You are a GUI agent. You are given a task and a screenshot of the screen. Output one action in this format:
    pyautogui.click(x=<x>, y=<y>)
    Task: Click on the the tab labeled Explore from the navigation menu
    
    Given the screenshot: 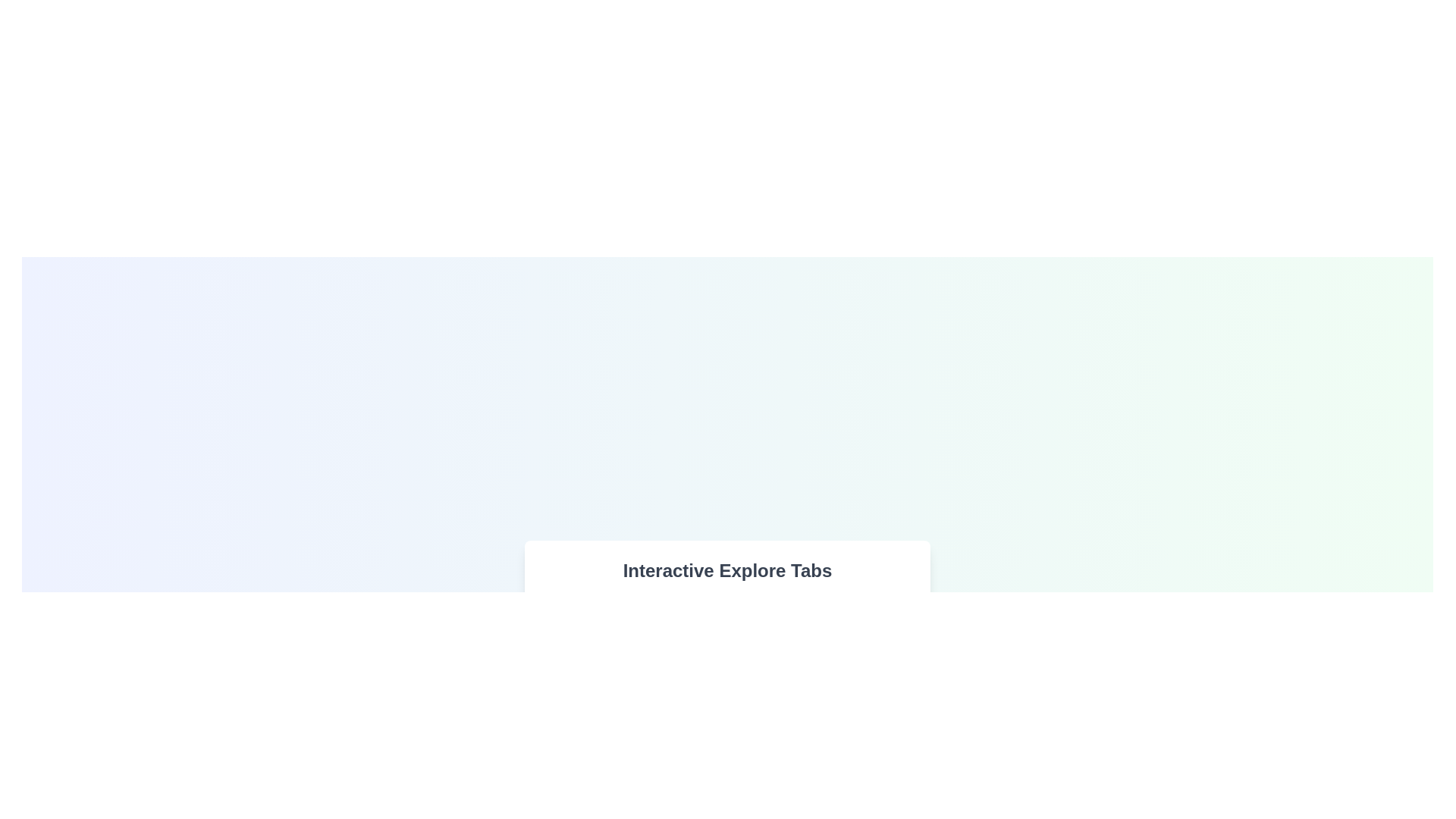 What is the action you would take?
    pyautogui.click(x=588, y=617)
    